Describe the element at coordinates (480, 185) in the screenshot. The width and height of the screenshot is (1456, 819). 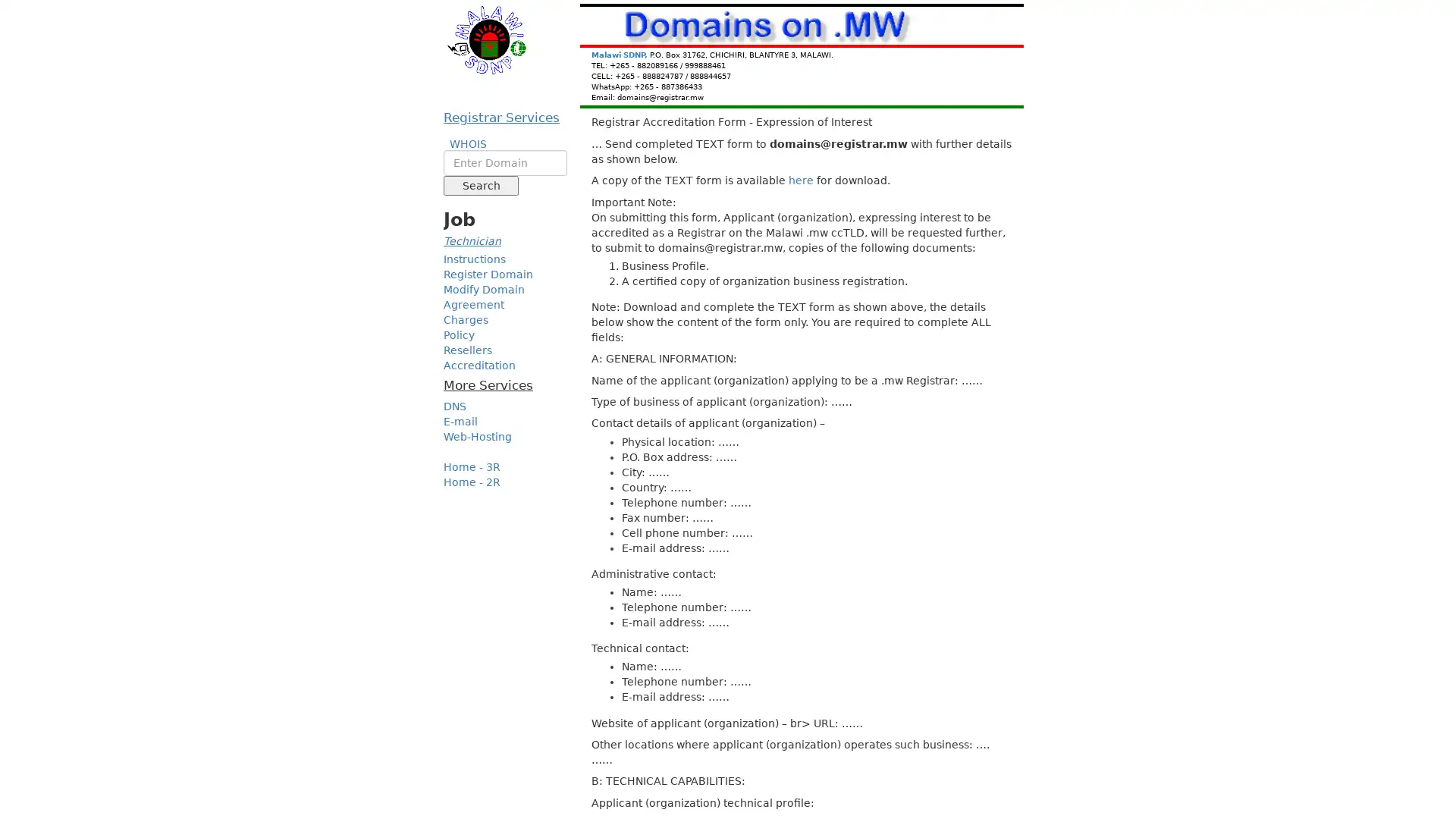
I see `Search` at that location.